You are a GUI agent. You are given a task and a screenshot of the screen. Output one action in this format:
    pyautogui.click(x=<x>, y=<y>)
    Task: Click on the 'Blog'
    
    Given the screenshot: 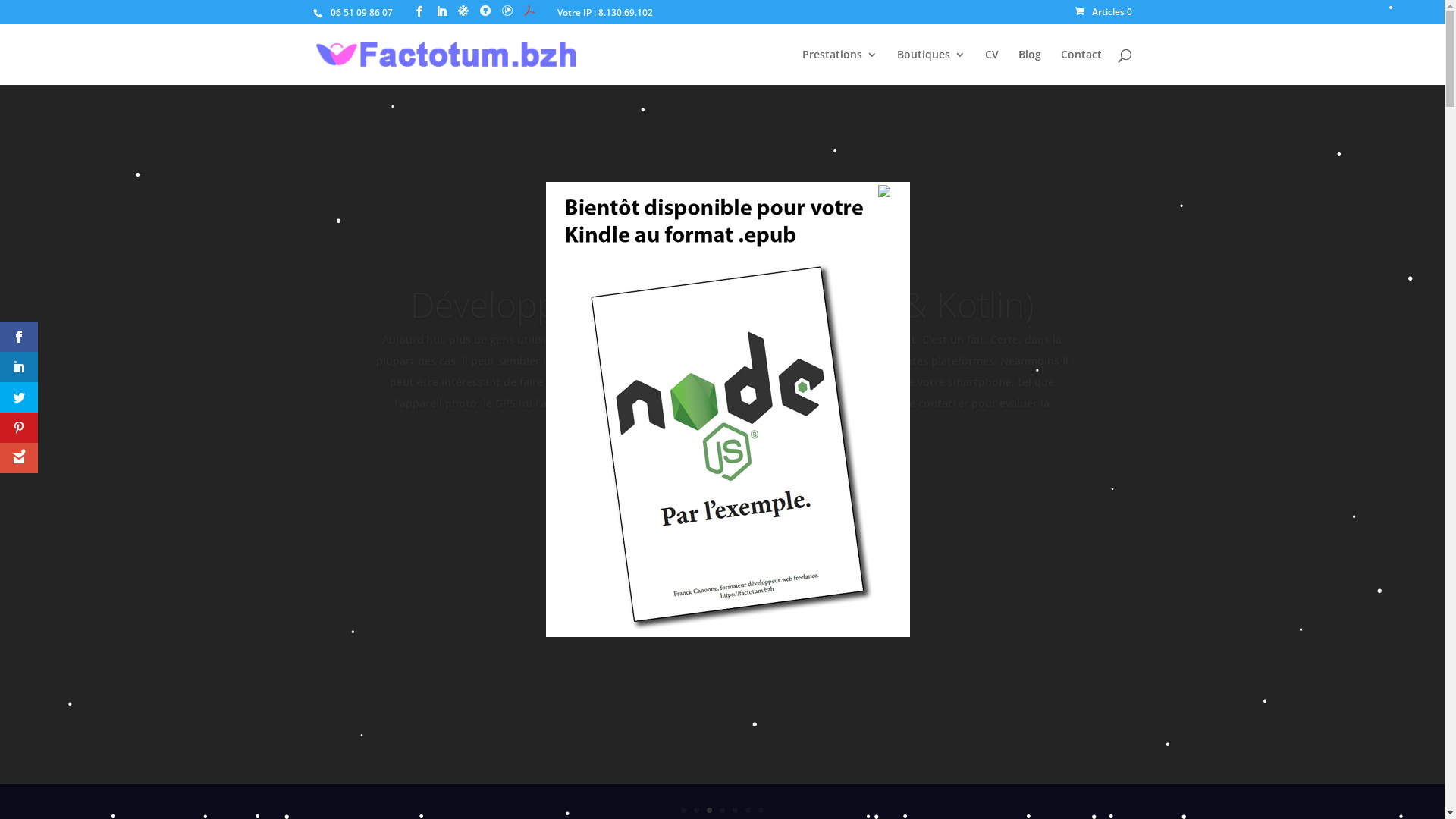 What is the action you would take?
    pyautogui.click(x=1029, y=66)
    